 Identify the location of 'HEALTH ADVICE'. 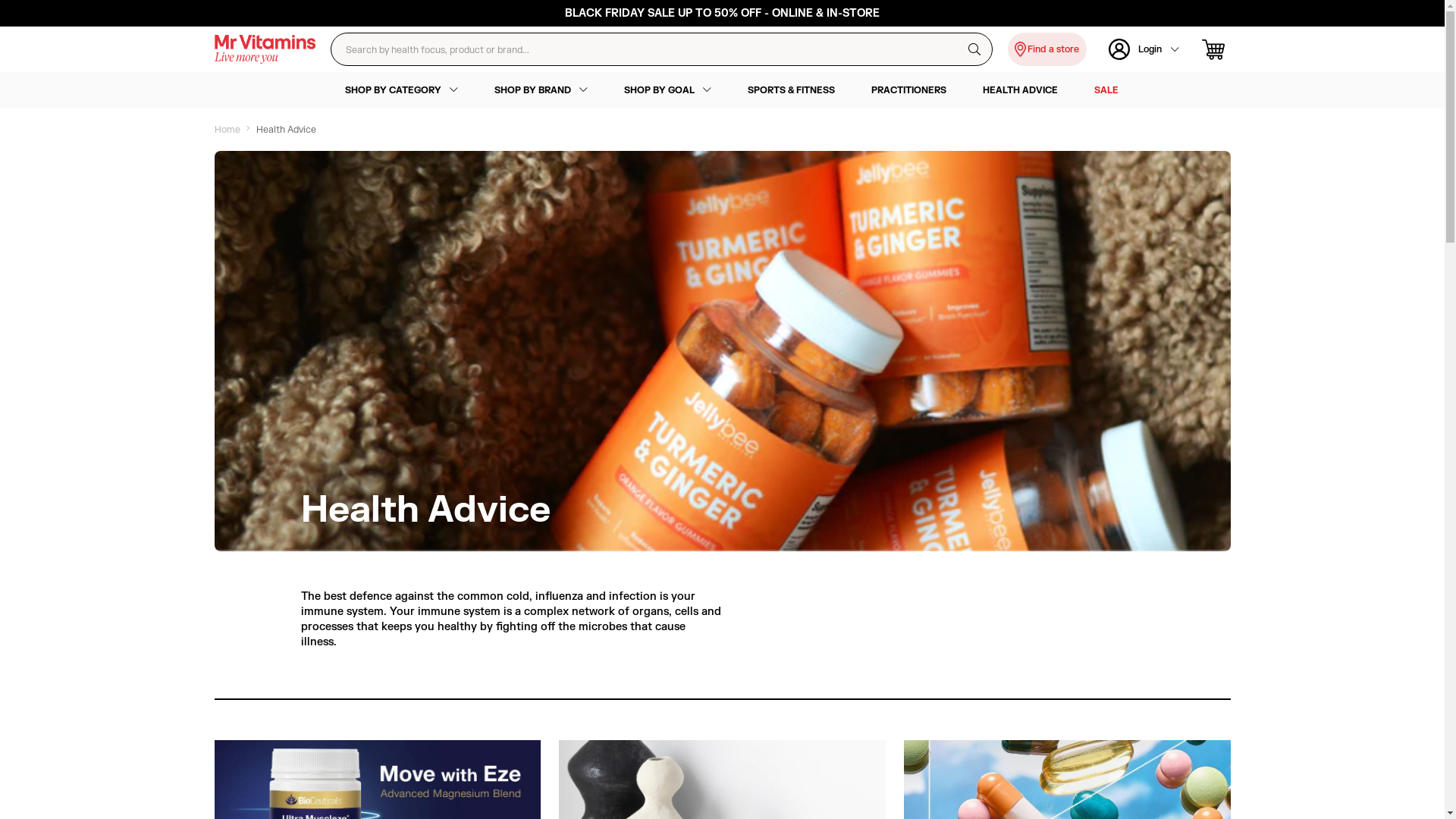
(1020, 90).